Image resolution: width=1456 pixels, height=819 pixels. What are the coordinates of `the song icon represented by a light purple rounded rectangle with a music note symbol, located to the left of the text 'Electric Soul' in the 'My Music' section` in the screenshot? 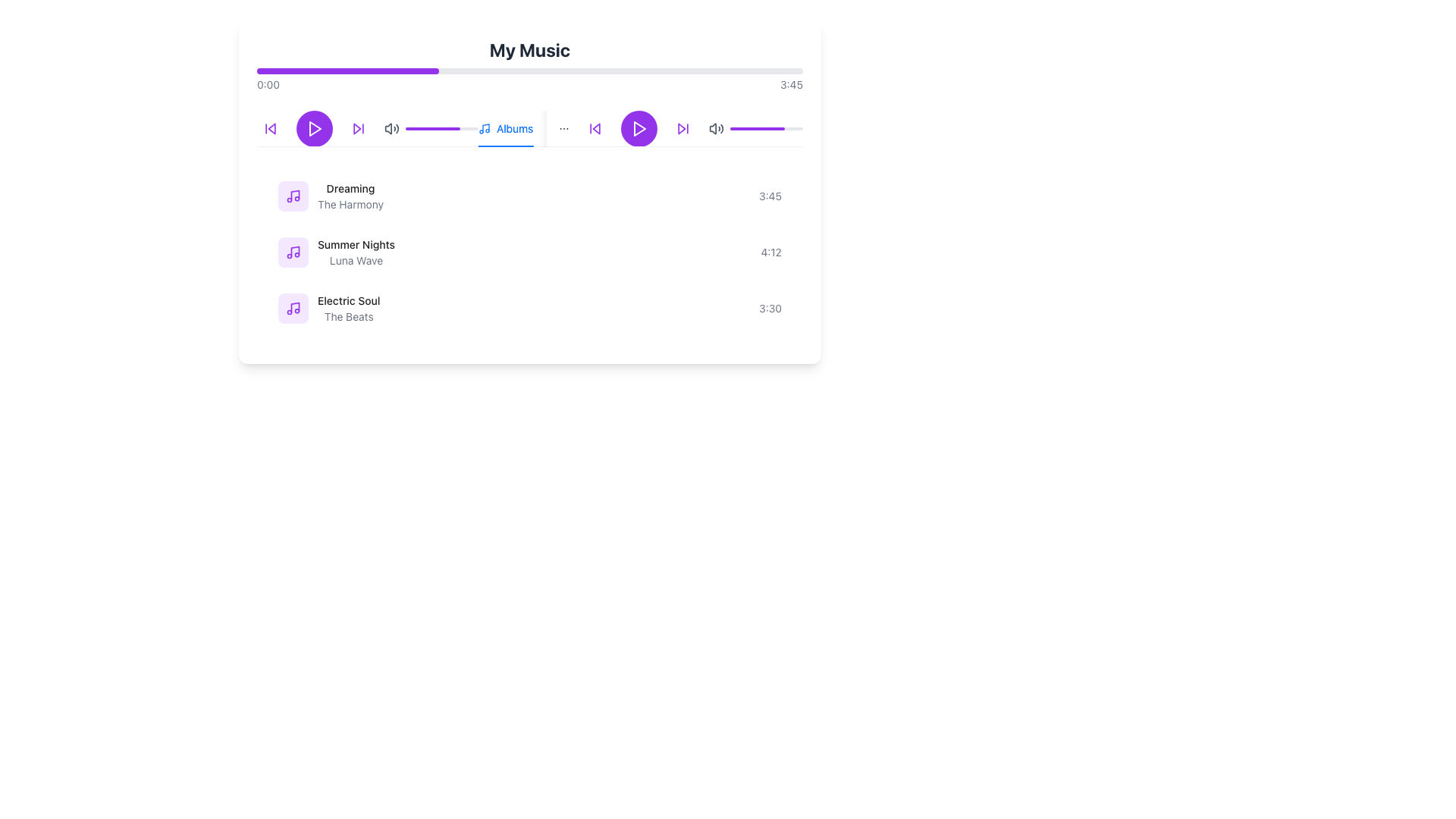 It's located at (293, 308).